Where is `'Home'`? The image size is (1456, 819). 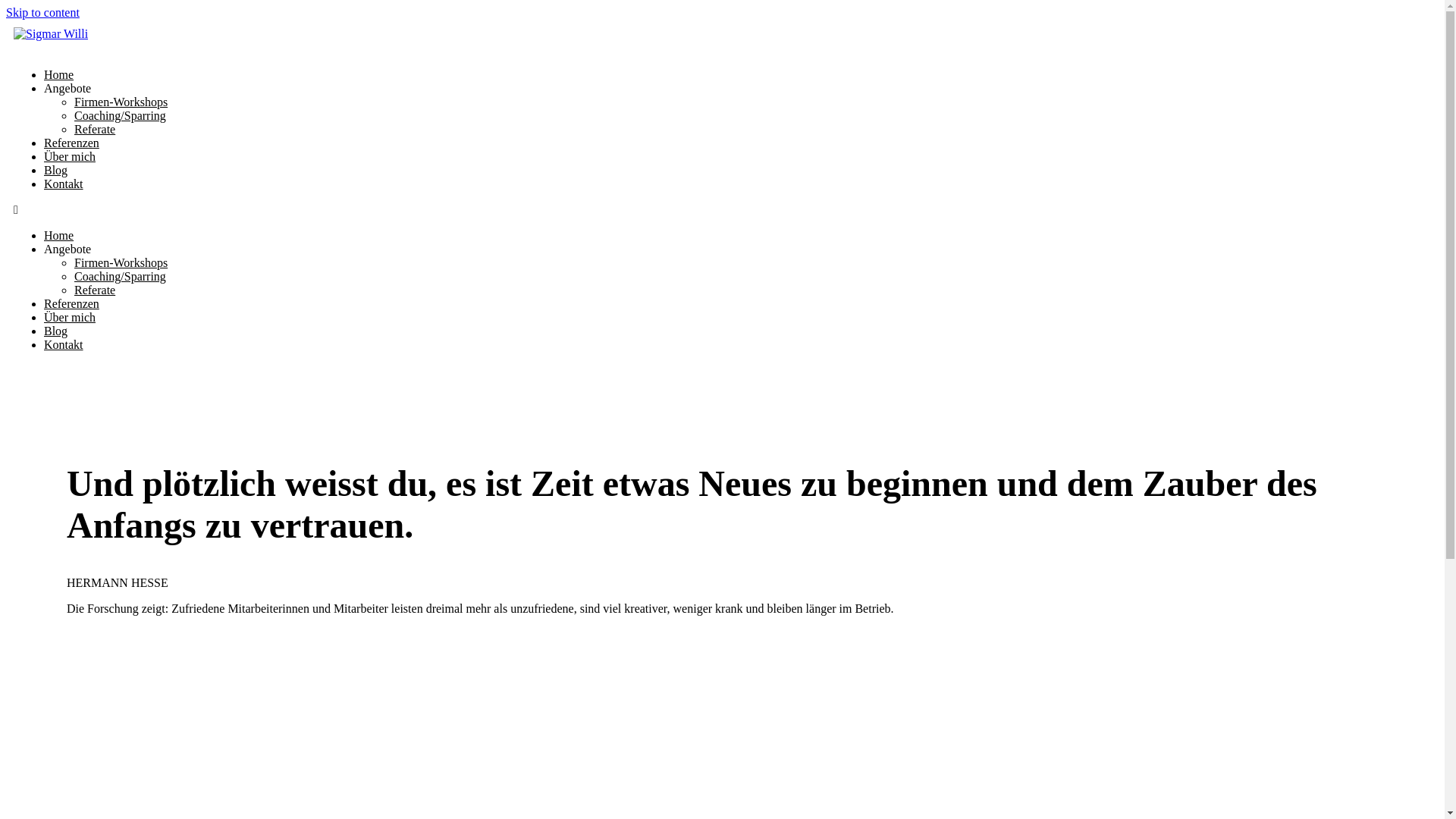 'Home' is located at coordinates (58, 235).